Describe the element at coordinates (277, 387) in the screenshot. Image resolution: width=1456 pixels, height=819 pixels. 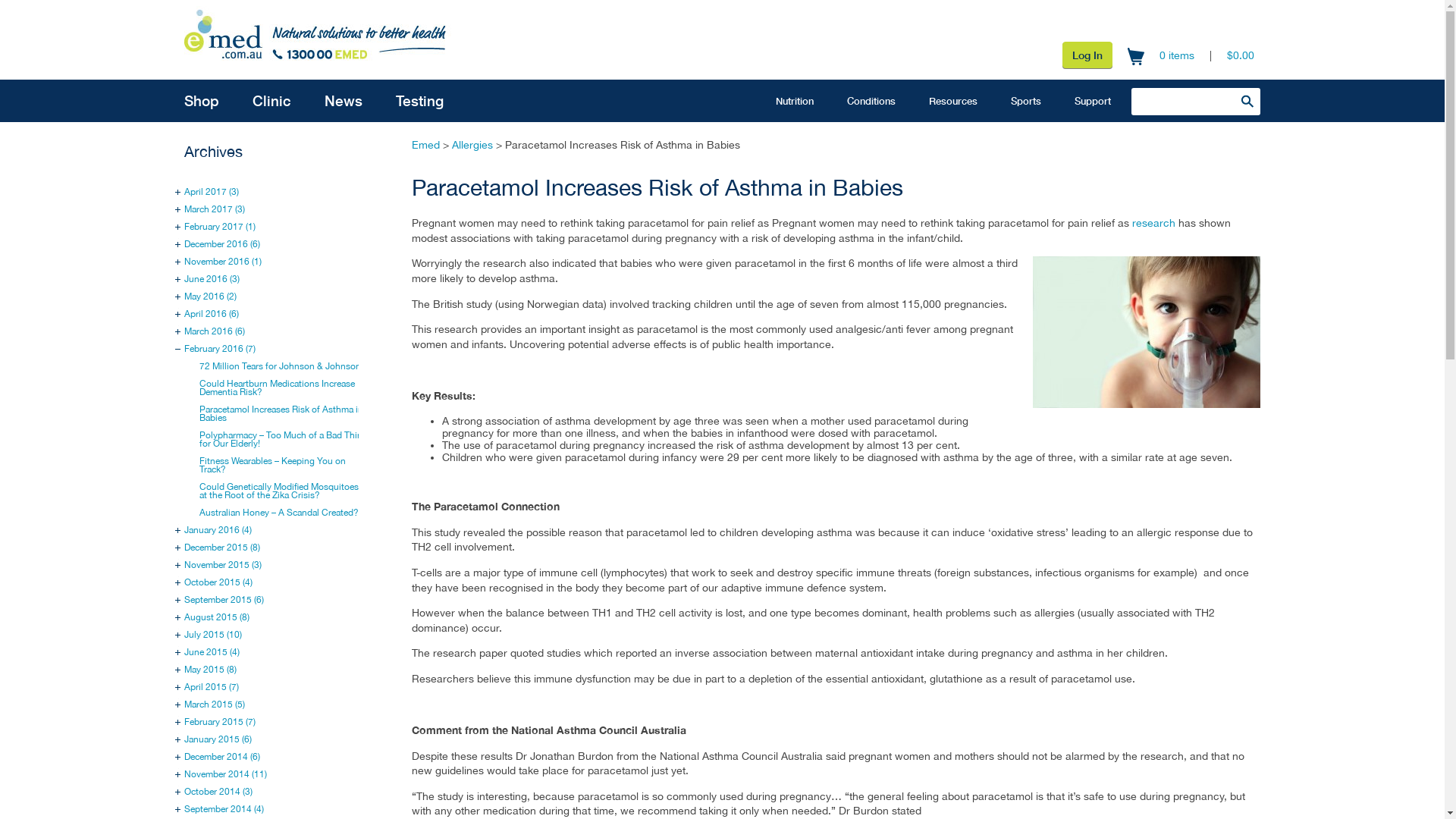
I see `'Could Heartburn Medications Increase Dementia Risk?'` at that location.